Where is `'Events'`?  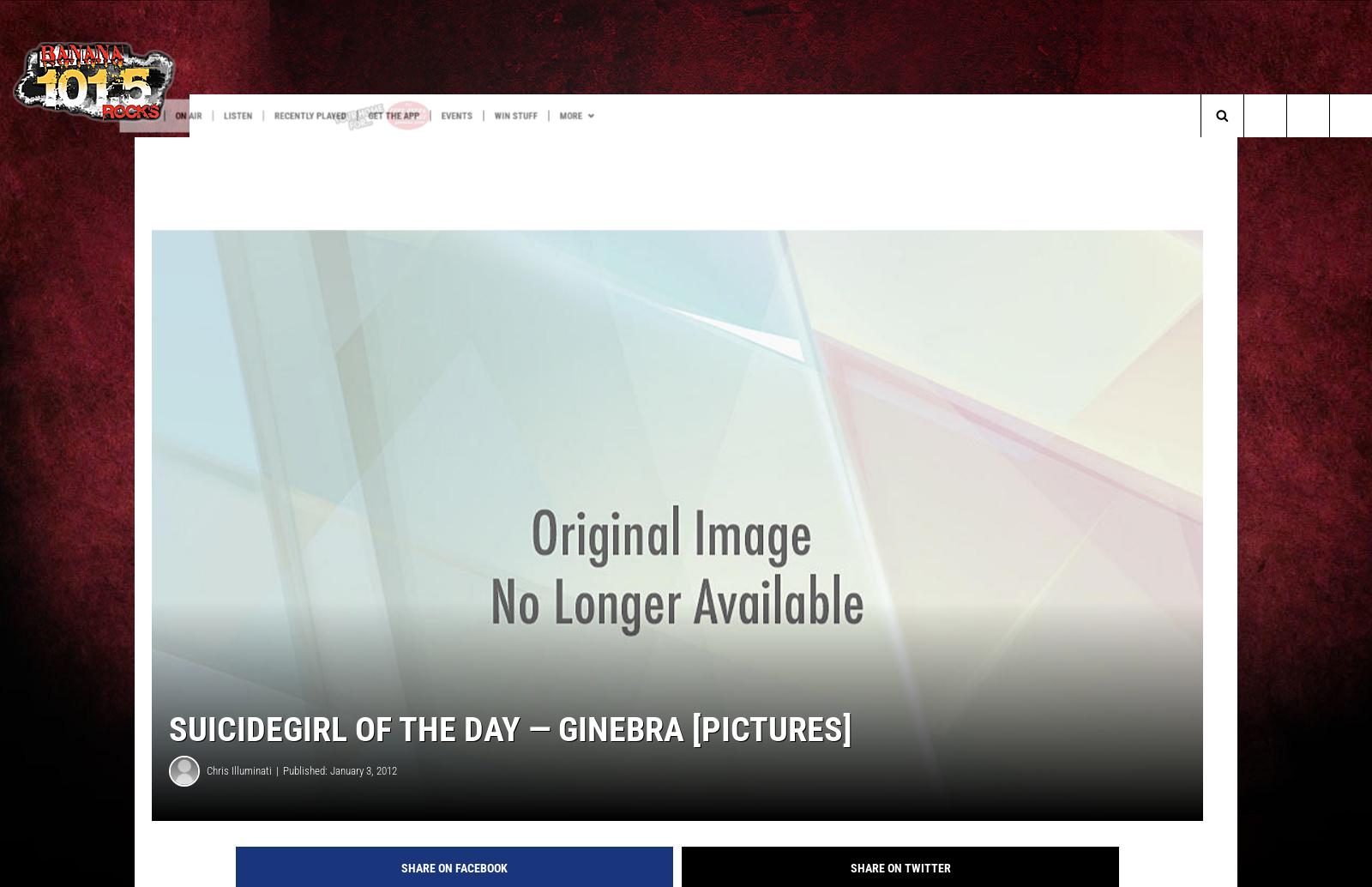
'Events' is located at coordinates (604, 116).